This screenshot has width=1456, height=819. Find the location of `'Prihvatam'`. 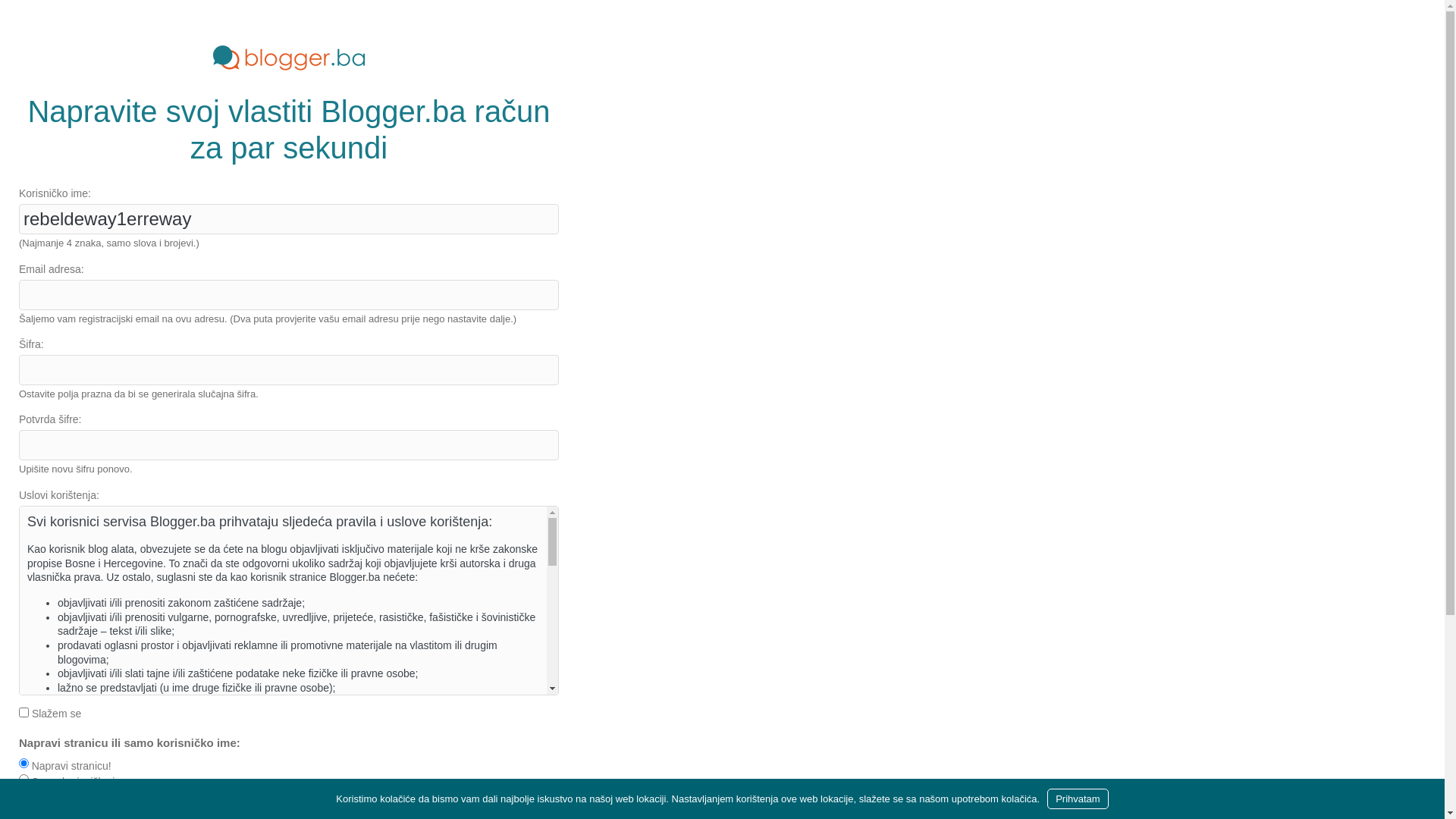

'Prihvatam' is located at coordinates (1077, 798).